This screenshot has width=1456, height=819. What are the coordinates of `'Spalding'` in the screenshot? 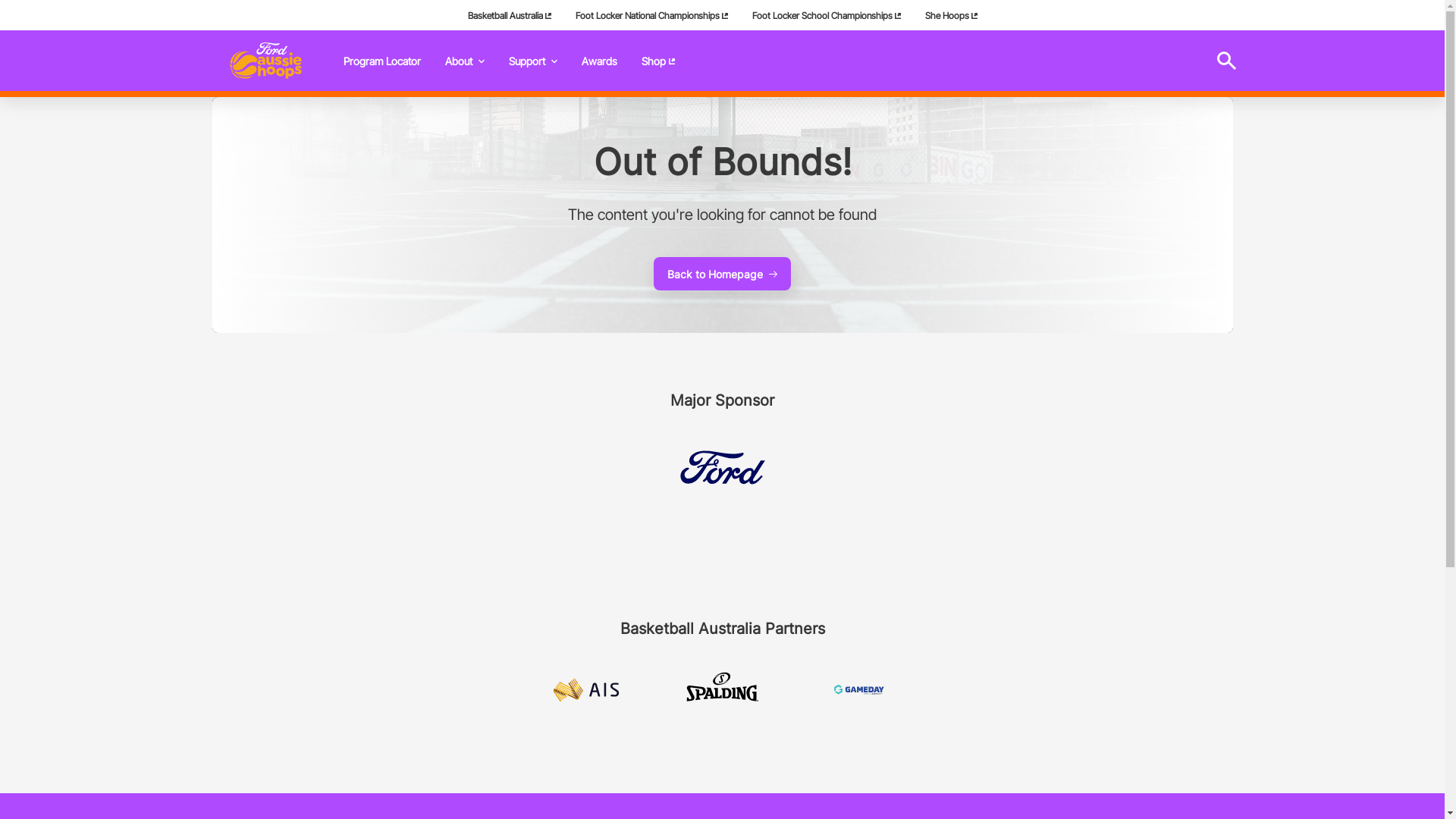 It's located at (720, 689).